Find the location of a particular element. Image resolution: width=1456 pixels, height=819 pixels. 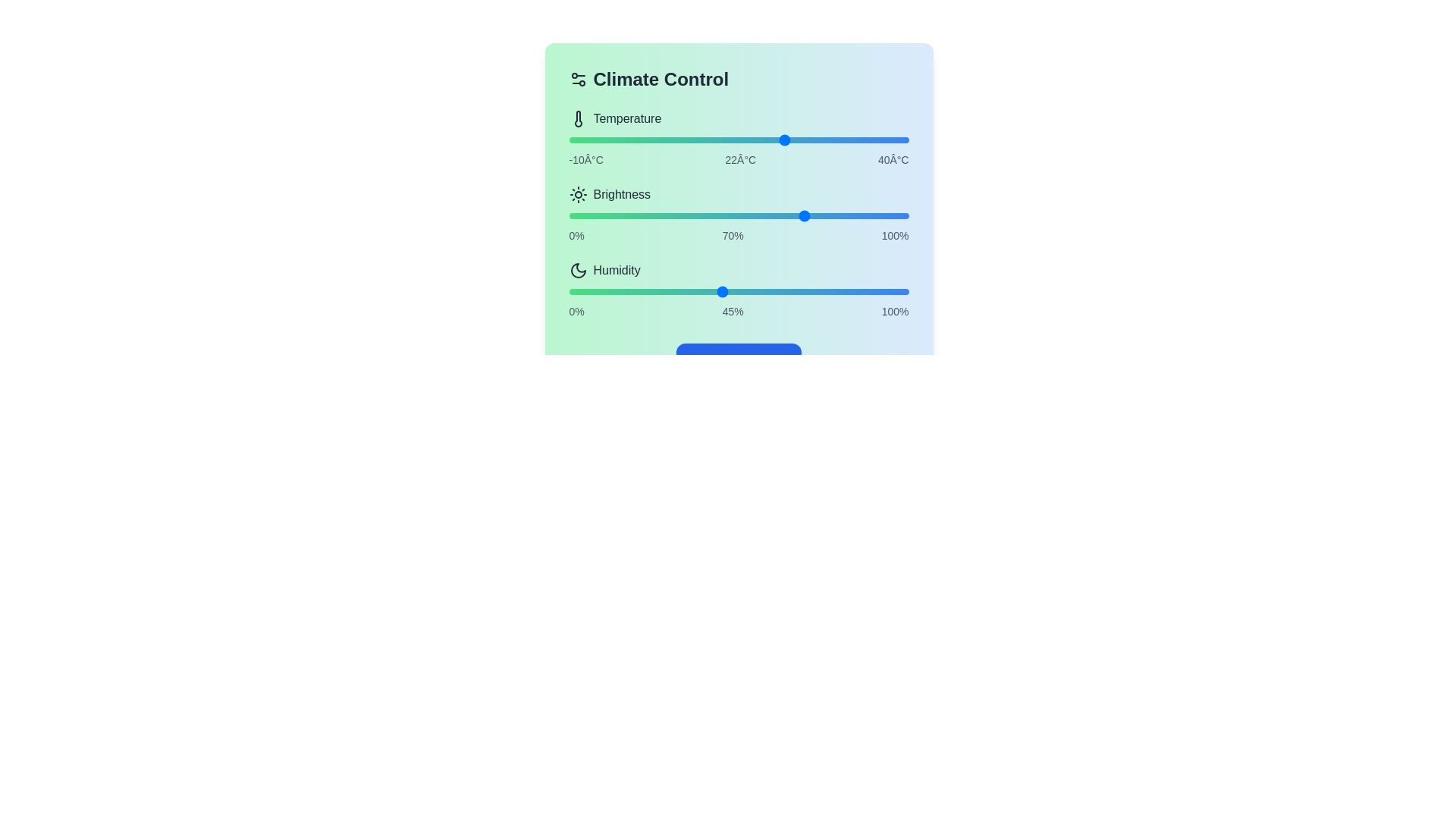

the temperature icon located to the left of the 'Temperature' label in the 'Climate Control' interface is located at coordinates (577, 118).